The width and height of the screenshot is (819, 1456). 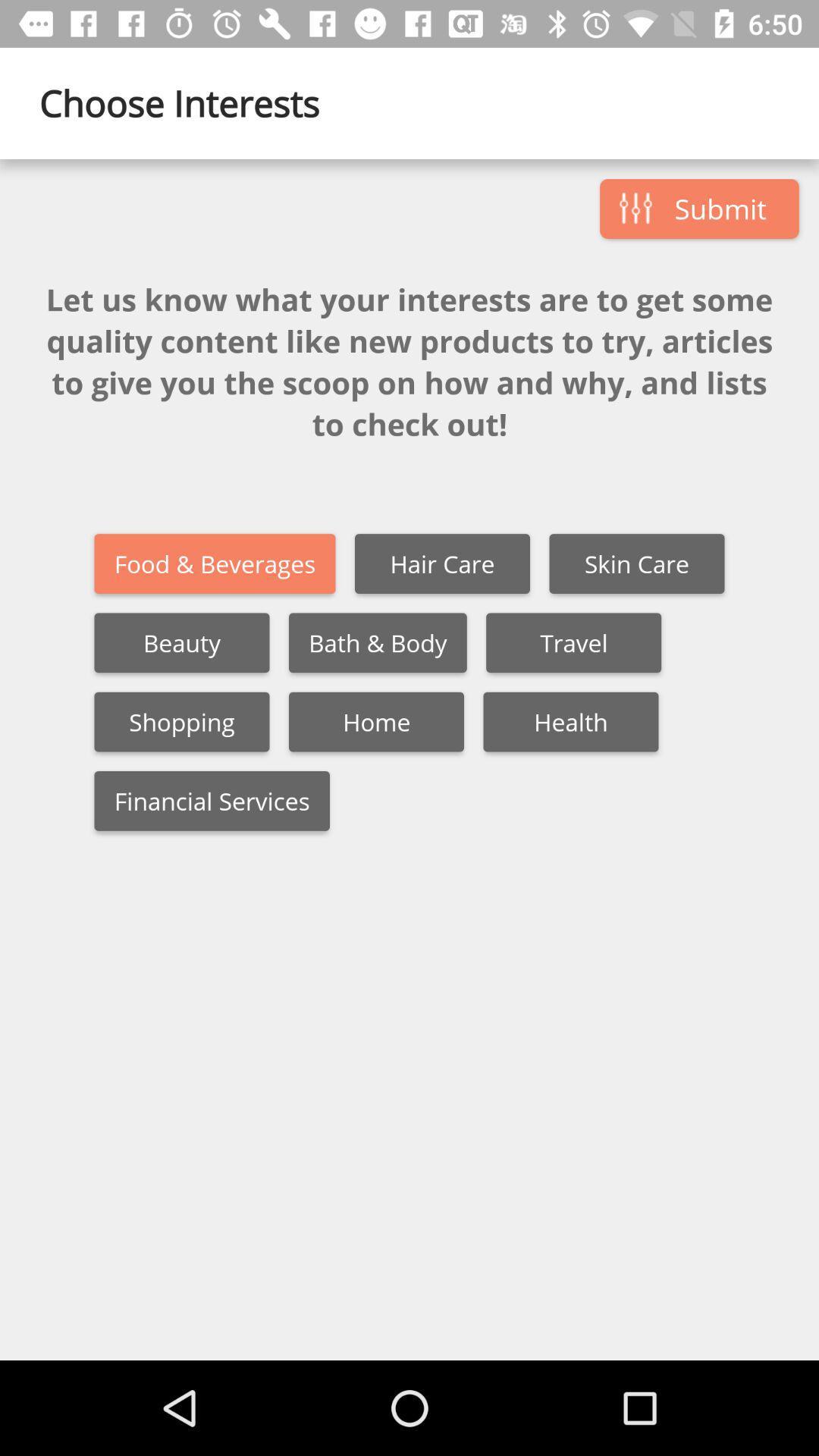 What do you see at coordinates (215, 563) in the screenshot?
I see `icon above beauty icon` at bounding box center [215, 563].